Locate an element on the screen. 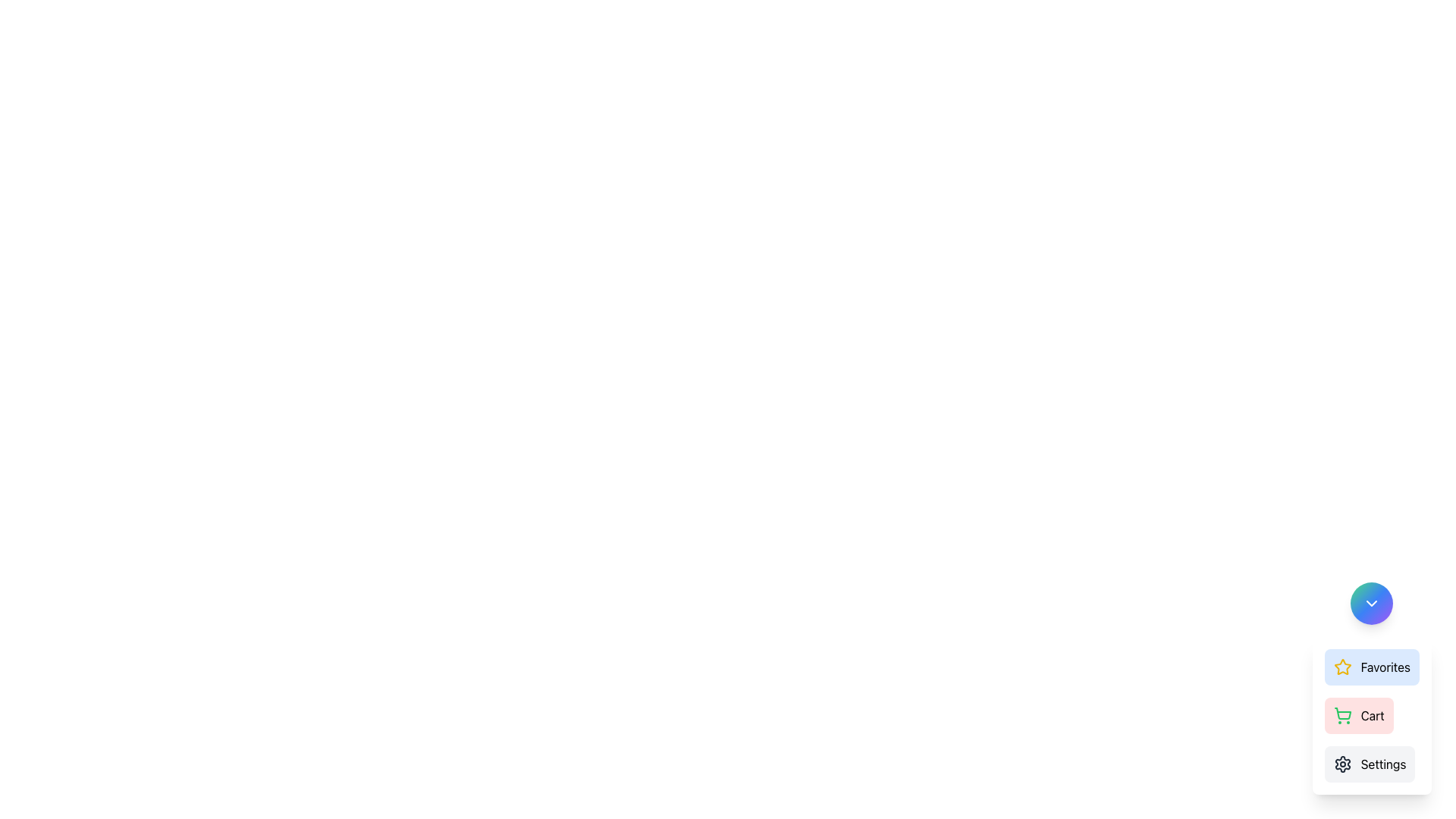 The height and width of the screenshot is (819, 1456). the settings icon located in the vertically-aligned menu is located at coordinates (1342, 764).